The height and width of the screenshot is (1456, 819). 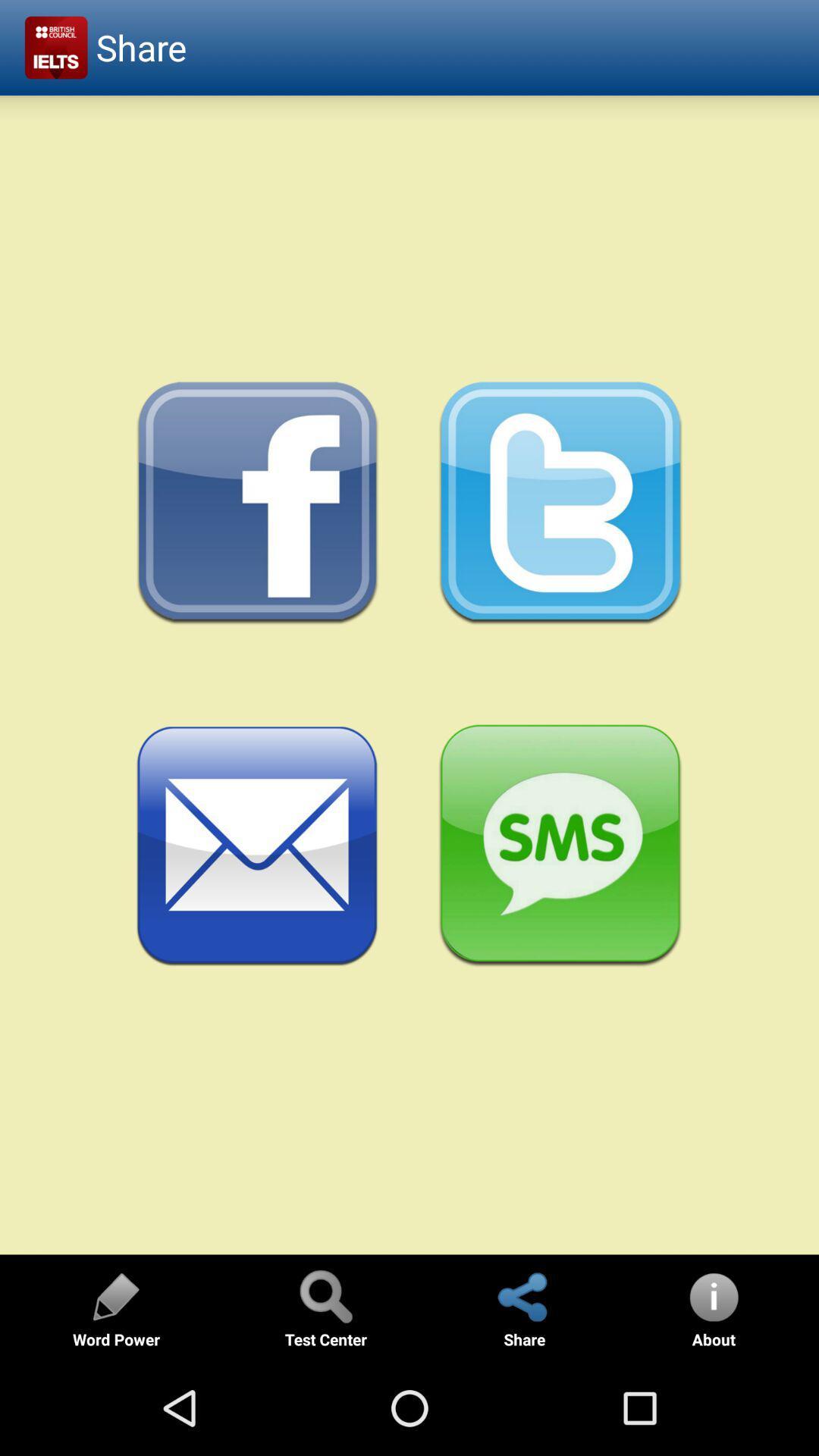 What do you see at coordinates (257, 504) in the screenshot?
I see `navigate to facebook` at bounding box center [257, 504].